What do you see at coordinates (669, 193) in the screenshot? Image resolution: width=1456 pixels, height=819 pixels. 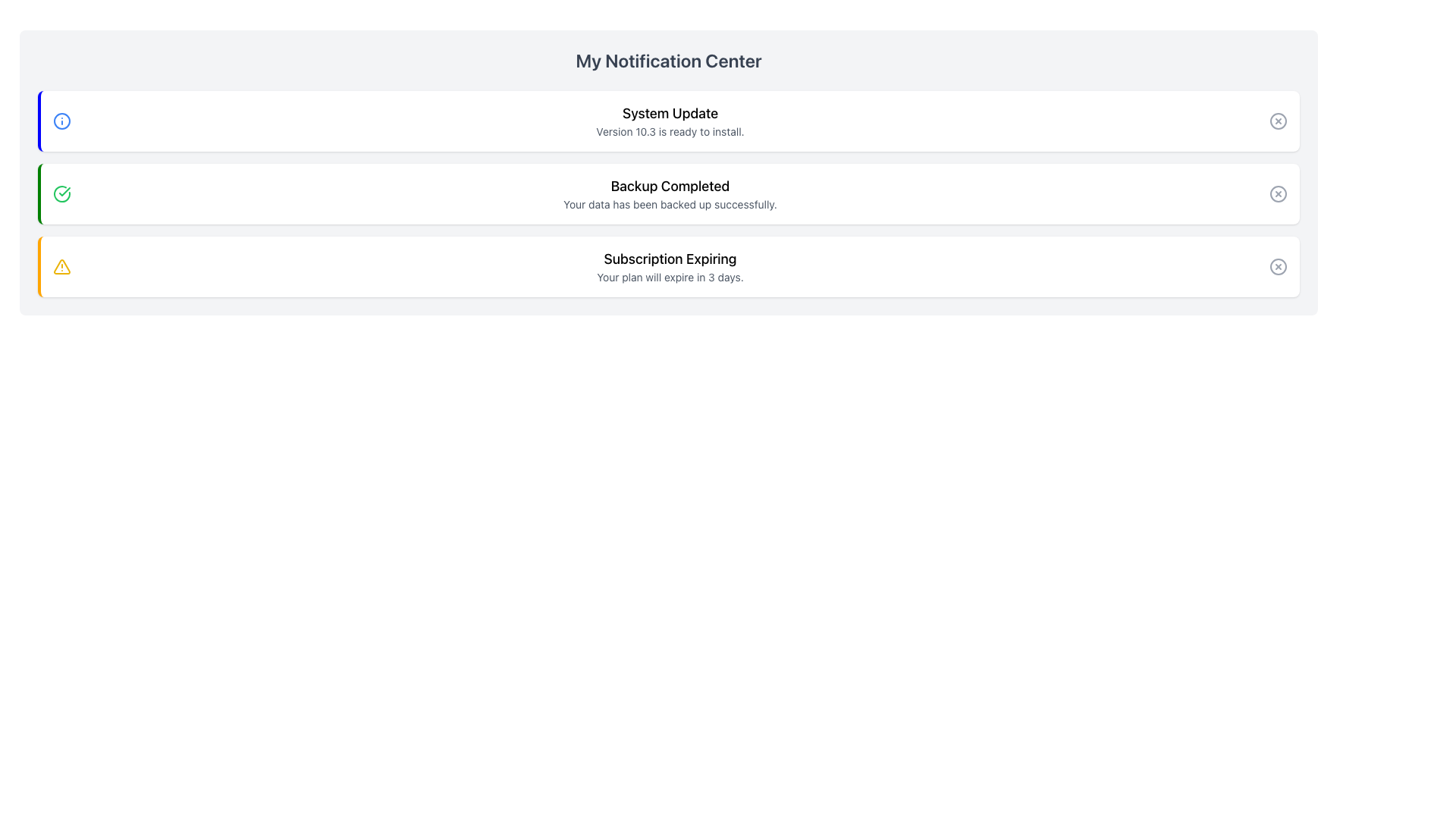 I see `the notification message indicating successful data backup, located between 'System Update' and 'Subscription Expiring' notifications` at bounding box center [669, 193].